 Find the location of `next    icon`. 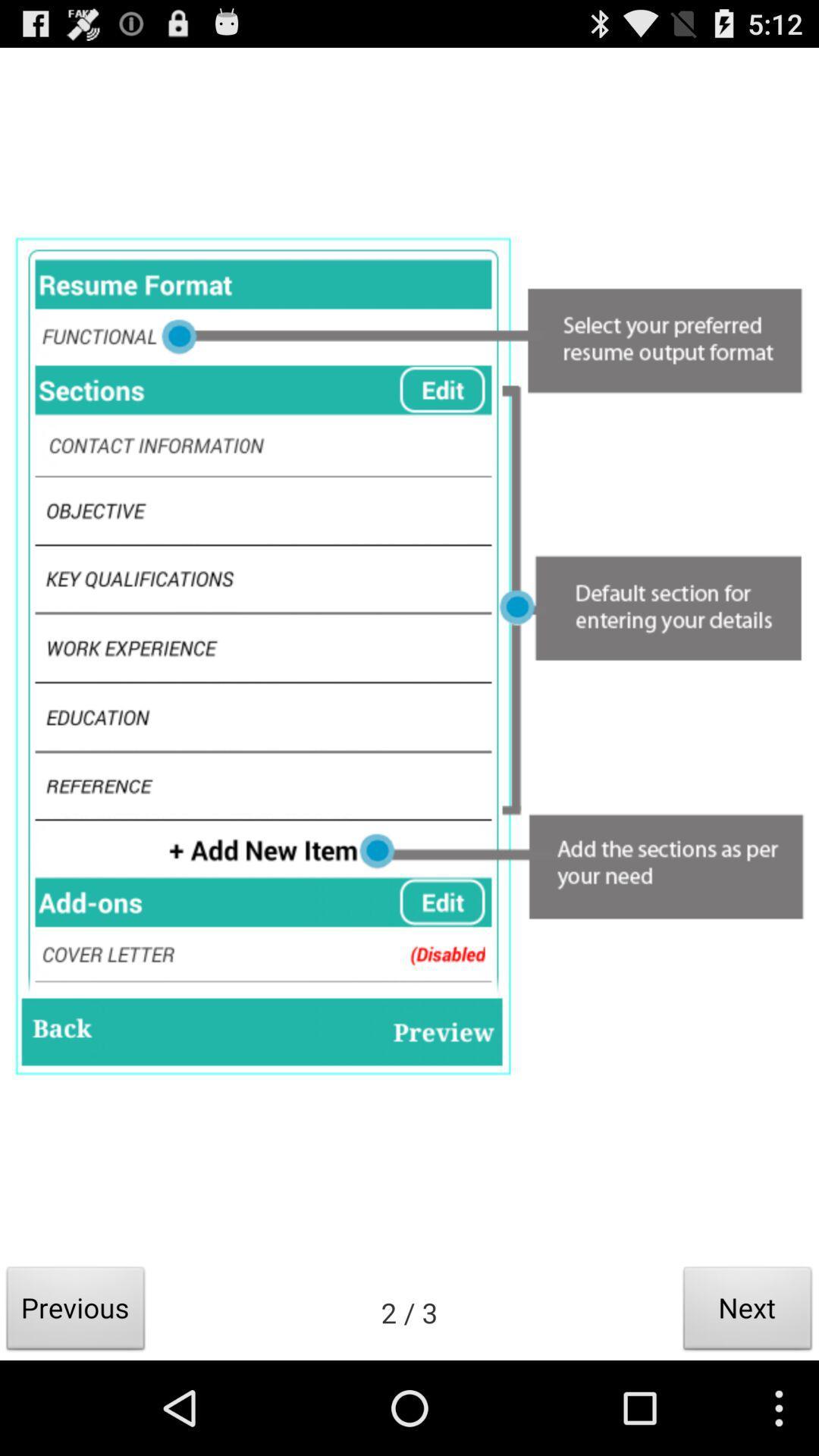

next    icon is located at coordinates (747, 1312).